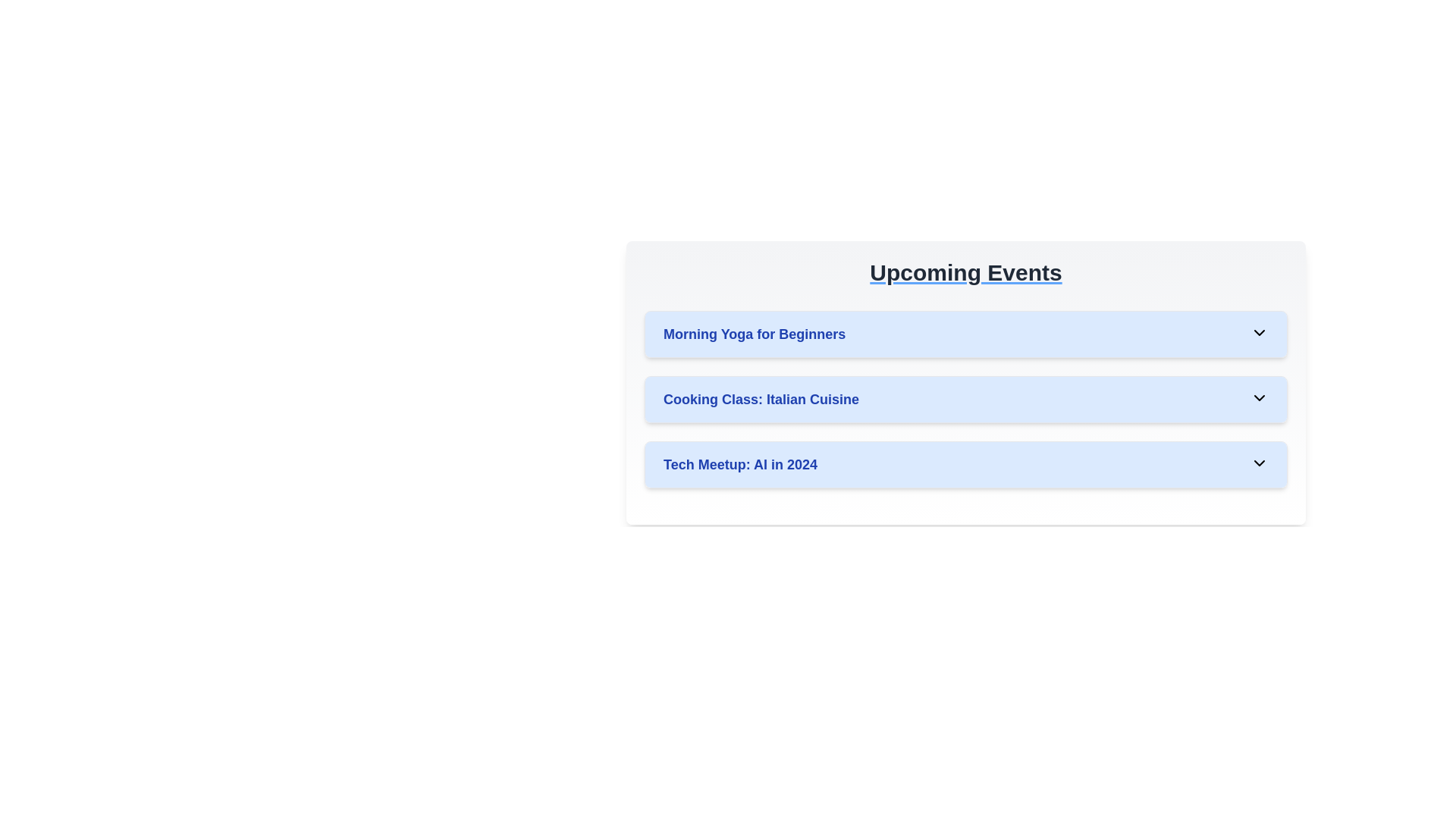  Describe the element at coordinates (965, 464) in the screenshot. I see `the button that reveals more details about the 'Tech Meetup: AI in 2024' event in the 'Upcoming Events' section to change its background color` at that location.